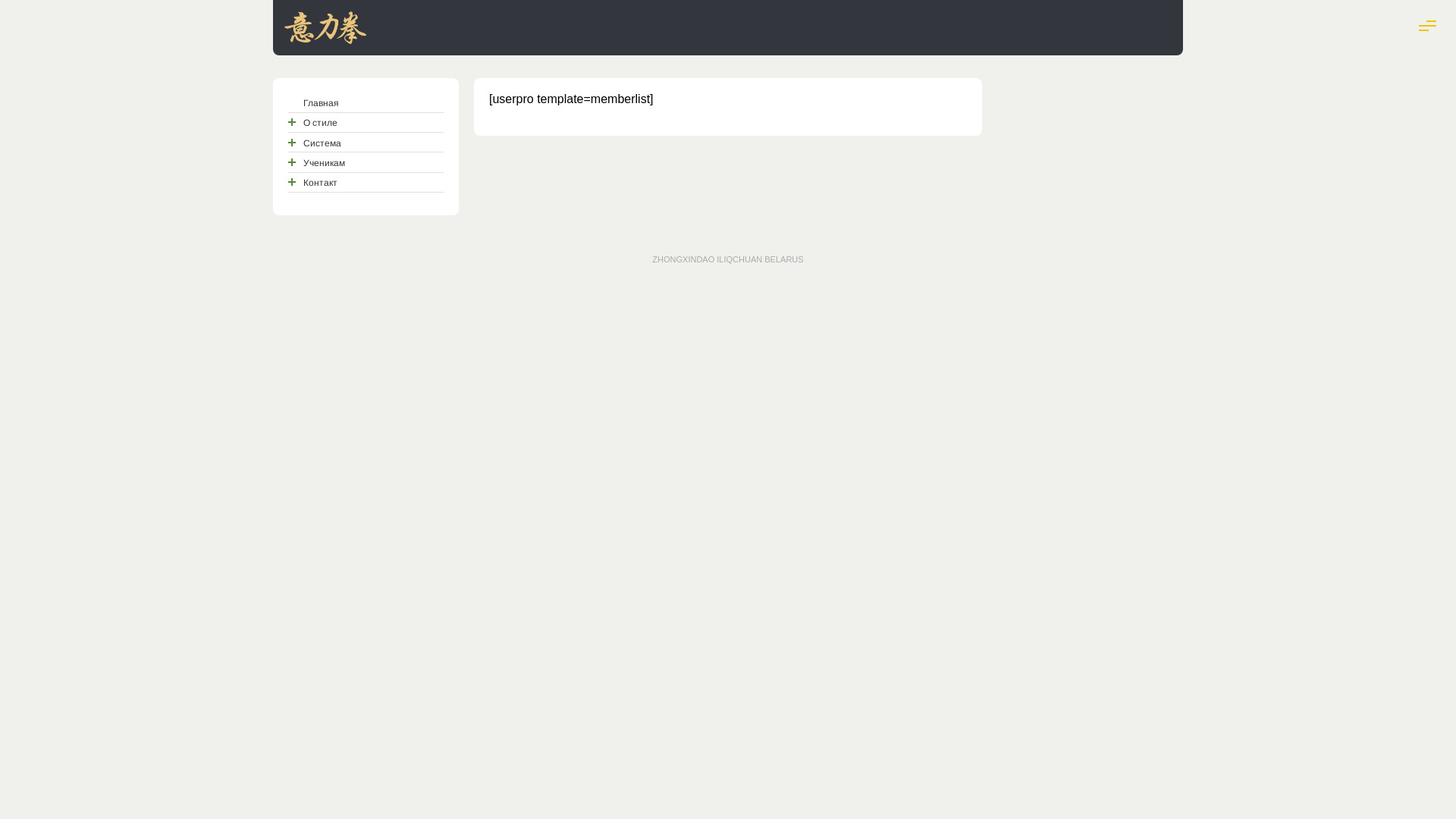 This screenshot has width=1456, height=819. I want to click on 'The Martial Art of Awareness', so click(324, 36).